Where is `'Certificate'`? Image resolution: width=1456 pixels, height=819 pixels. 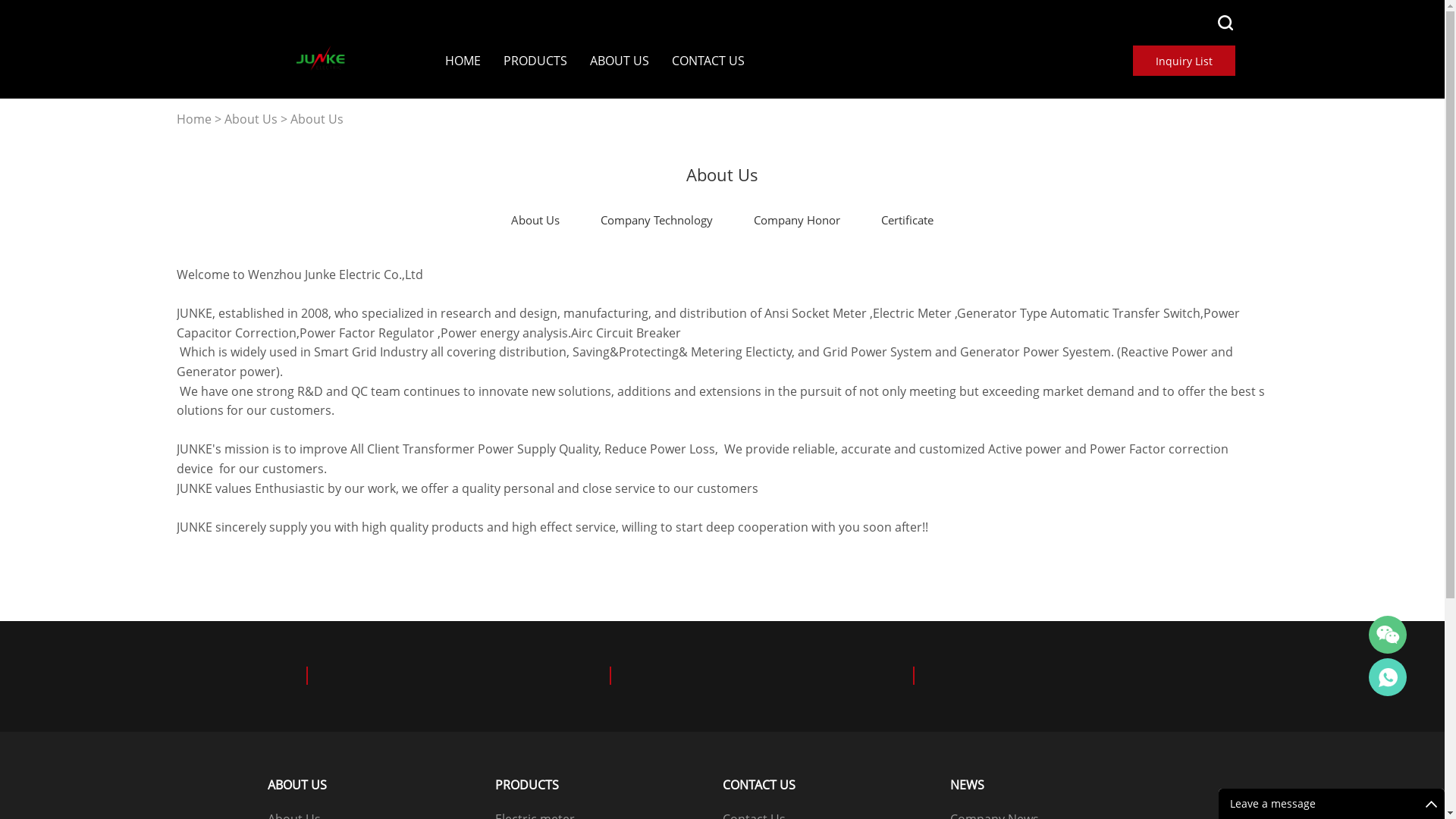
'Certificate' is located at coordinates (907, 219).